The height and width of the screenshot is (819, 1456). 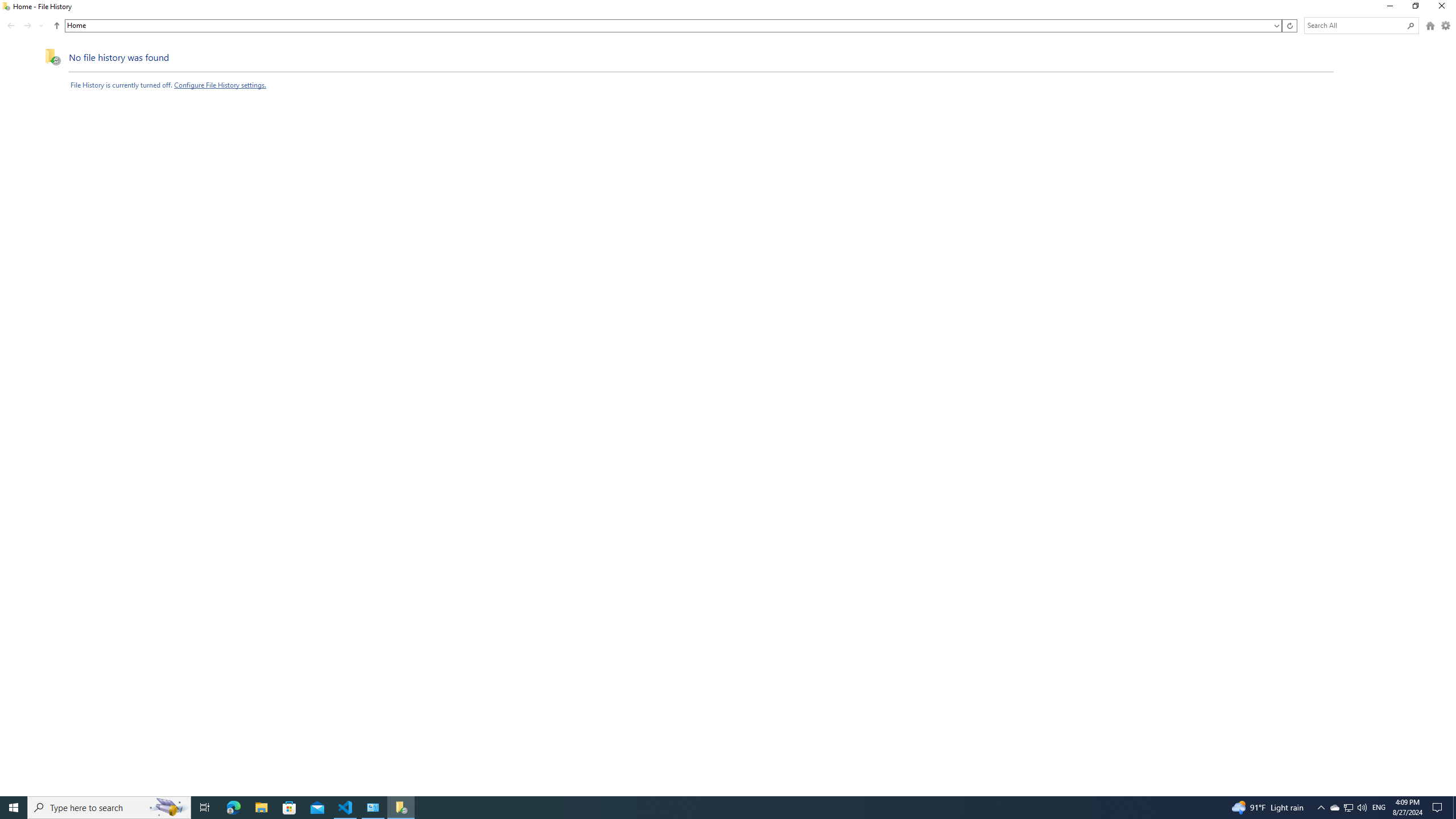 I want to click on 'Options (Alt + O)', so click(x=1445, y=26).